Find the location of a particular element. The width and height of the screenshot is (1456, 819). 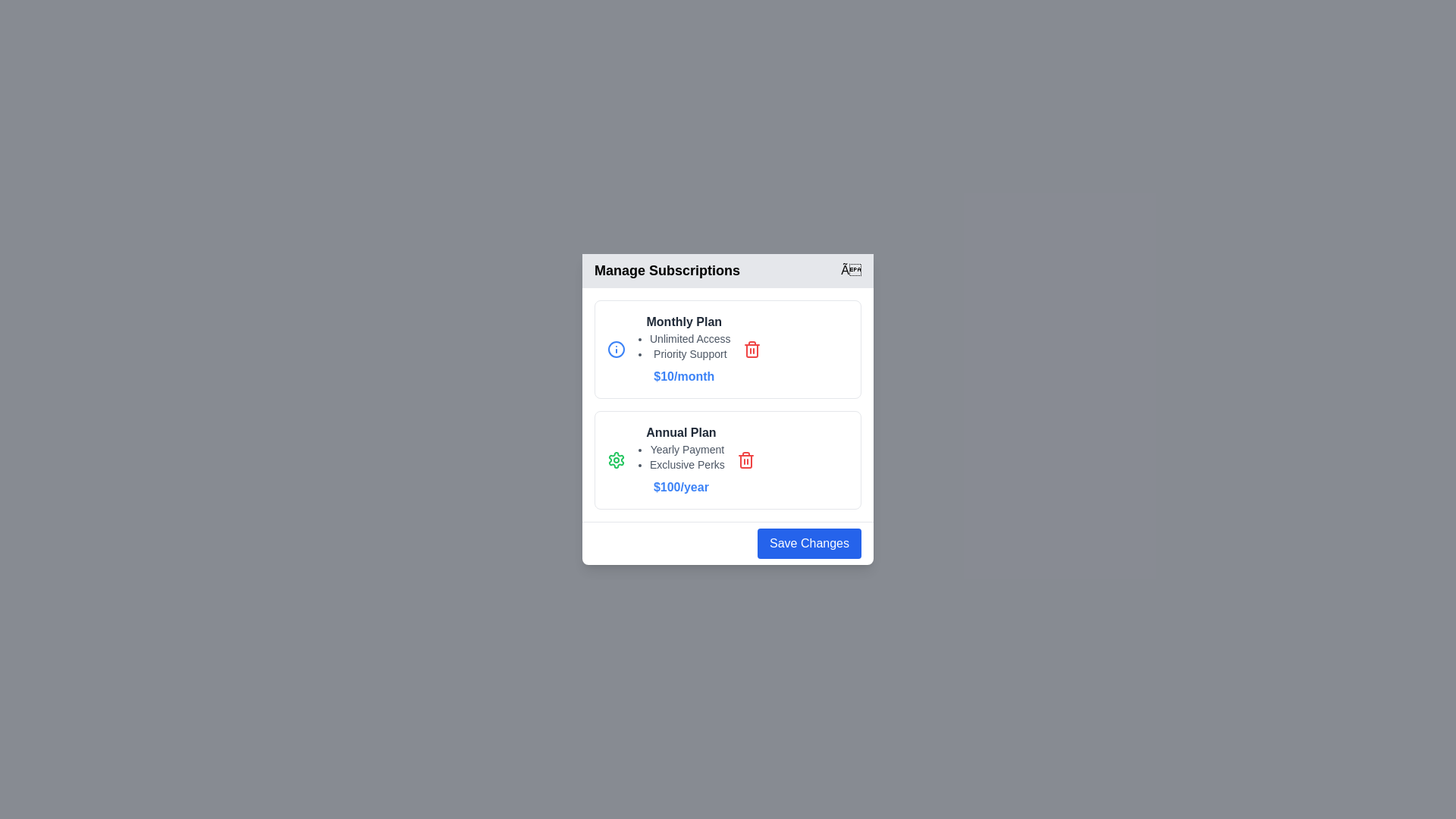

the information icon for the subscription plan Monthly Plan is located at coordinates (616, 350).